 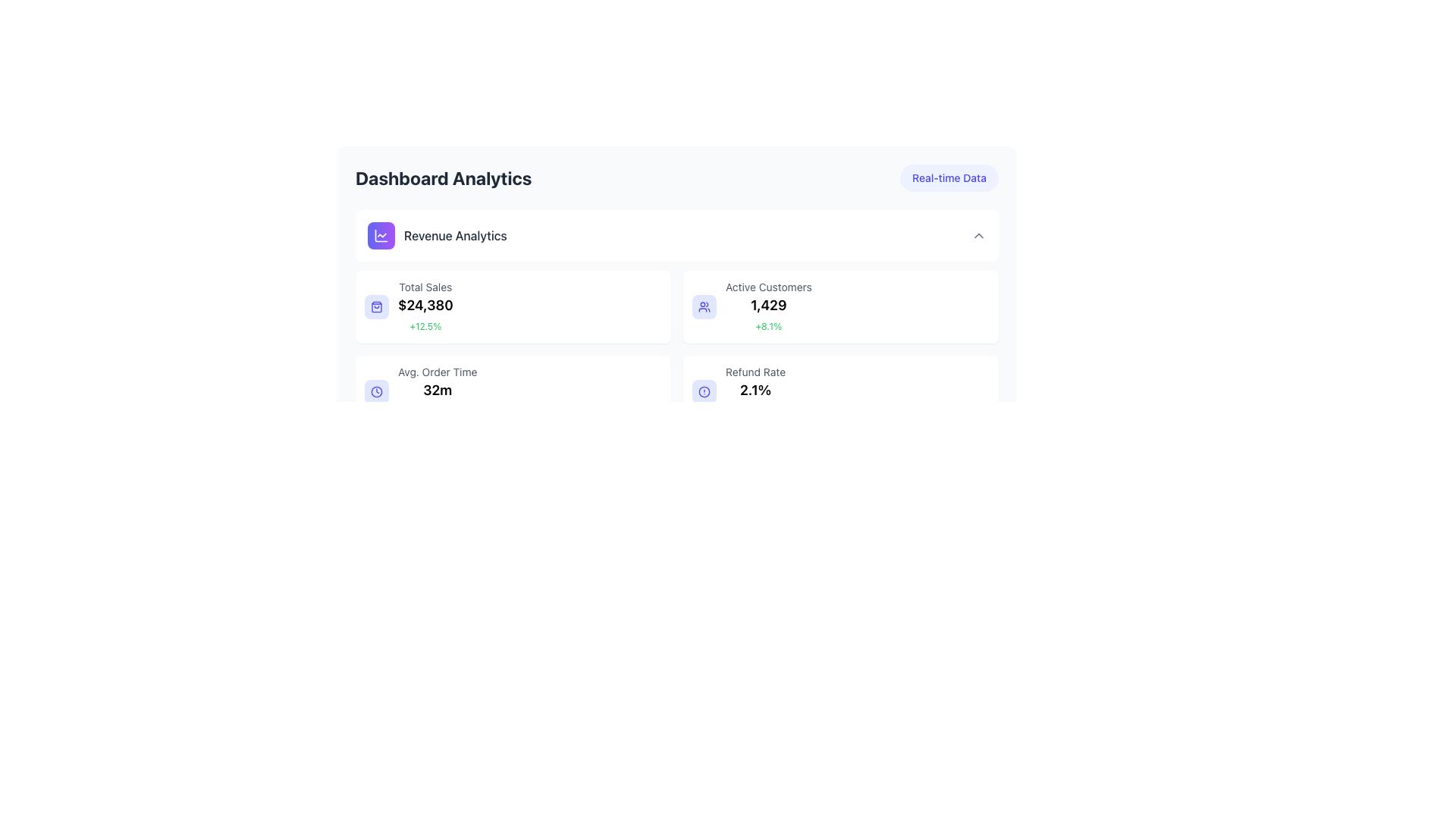 I want to click on the Text label displaying the total sales summary value within the top-left quadrant of the dashboard interface, so click(x=425, y=305).